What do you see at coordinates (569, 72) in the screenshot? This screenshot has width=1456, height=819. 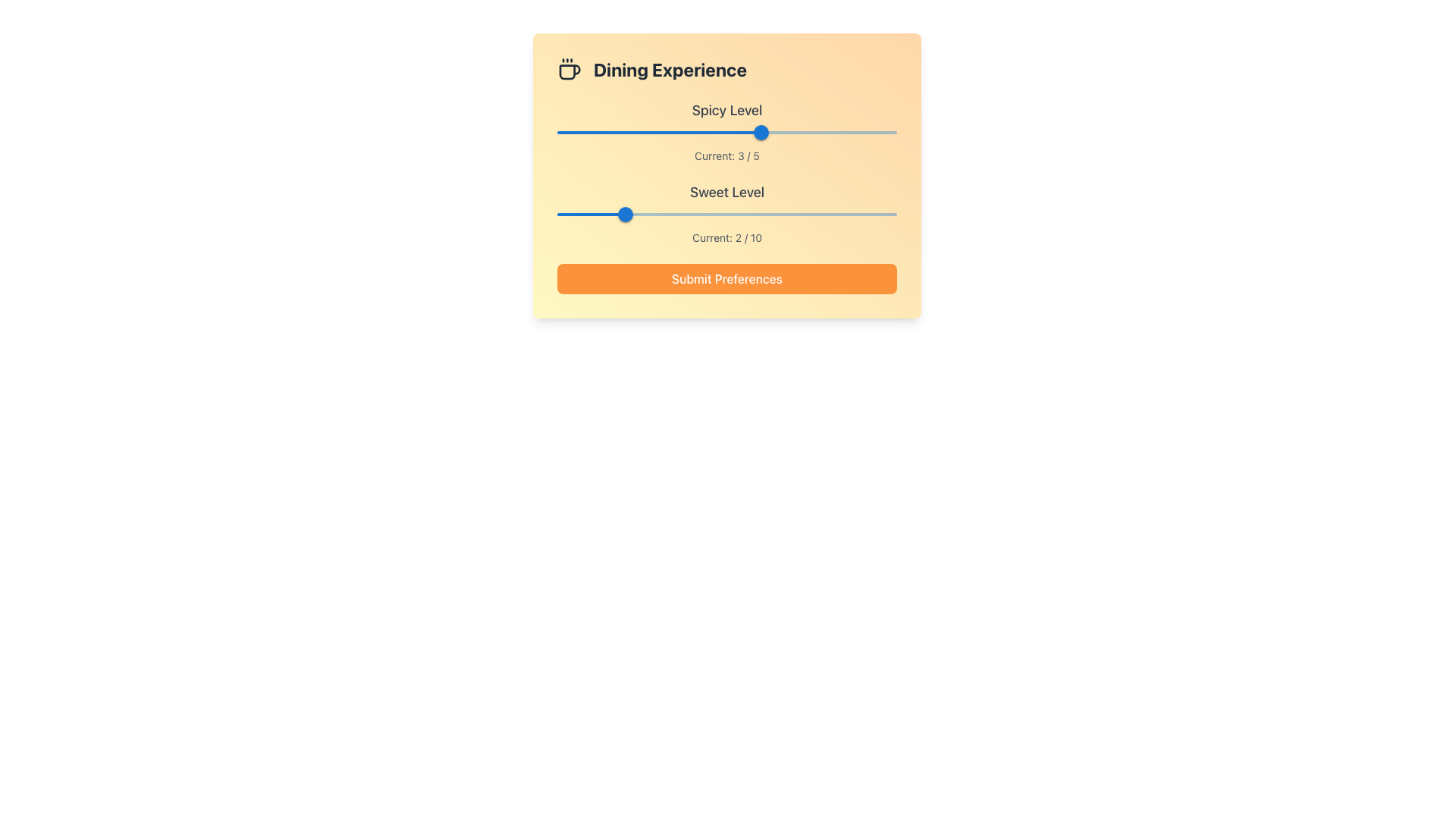 I see `the coffee cup icon located at the top left corner of the 'Dining Experience' card, which serves as a visual cue for dining or beverages` at bounding box center [569, 72].